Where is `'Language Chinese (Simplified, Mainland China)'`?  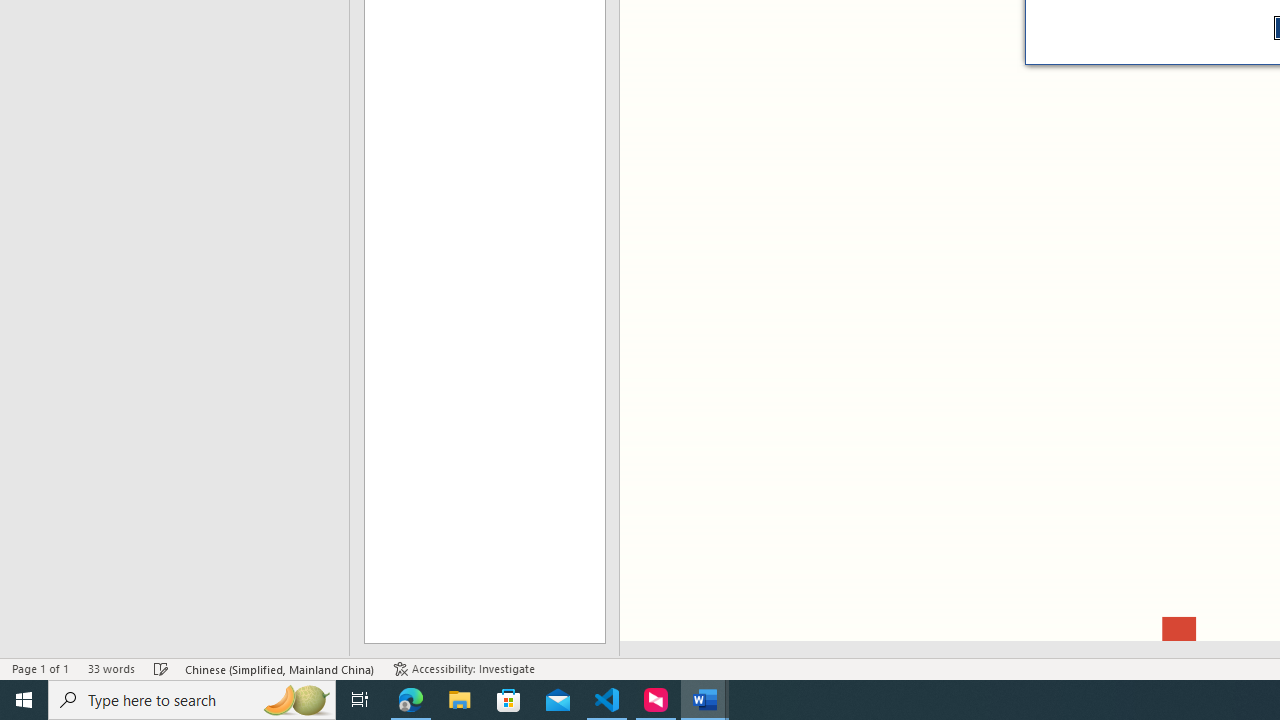 'Language Chinese (Simplified, Mainland China)' is located at coordinates (279, 669).